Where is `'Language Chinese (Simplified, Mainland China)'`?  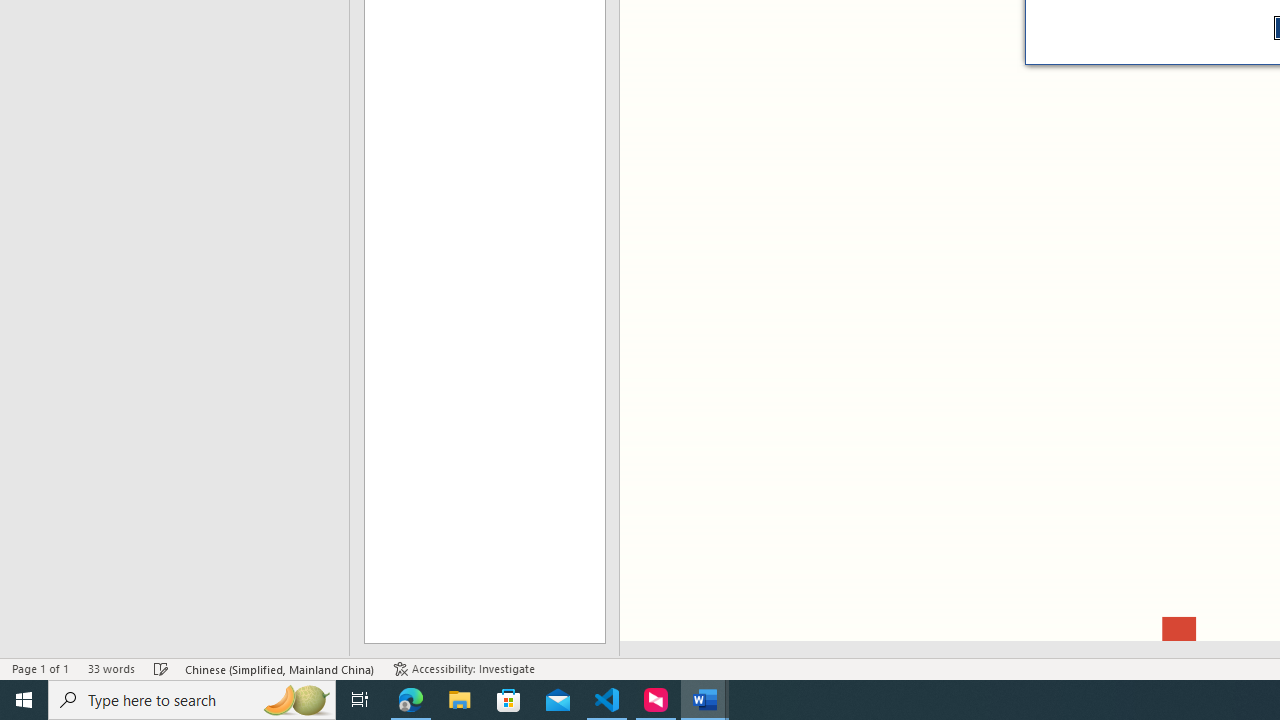 'Language Chinese (Simplified, Mainland China)' is located at coordinates (279, 669).